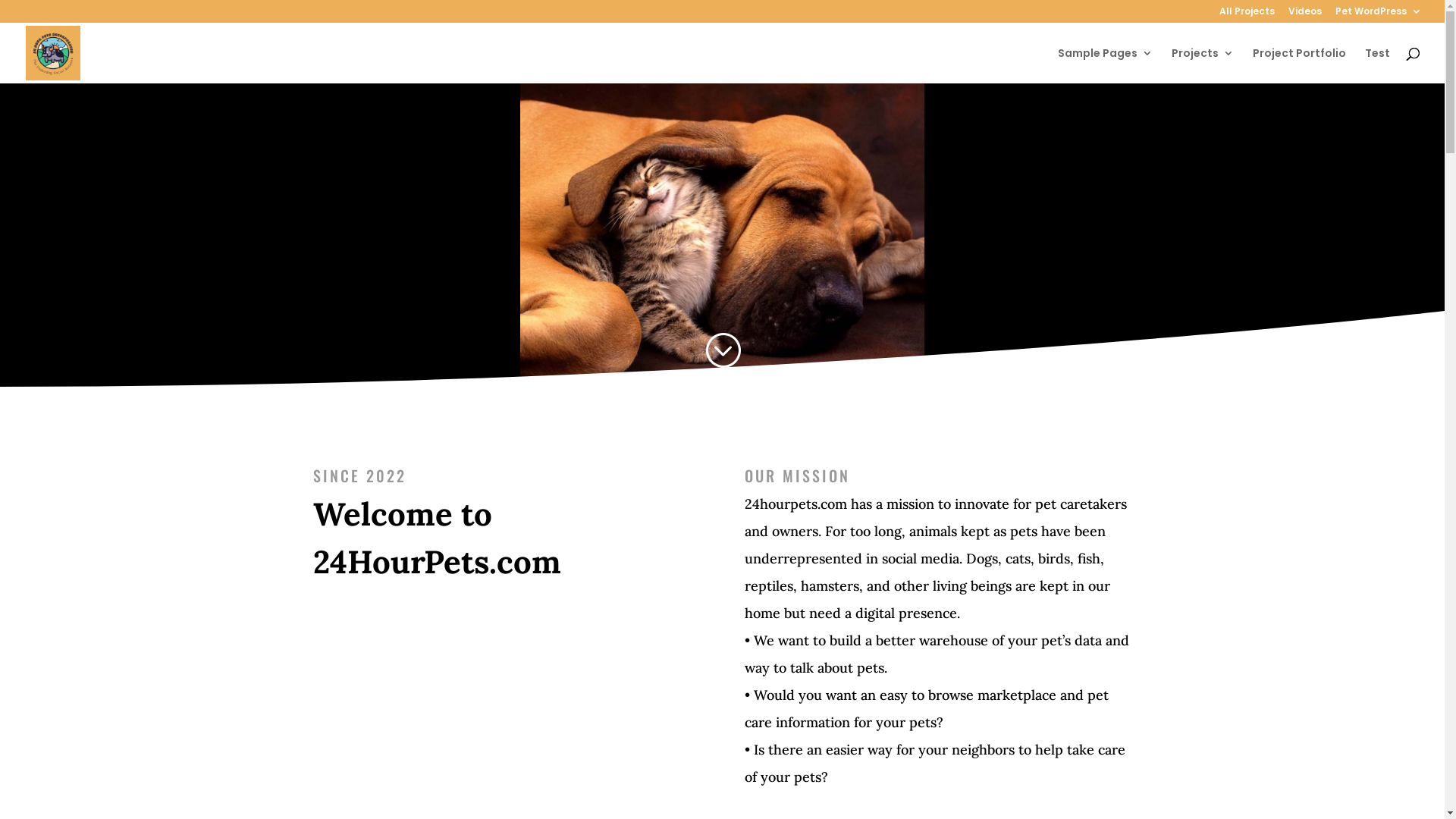 The width and height of the screenshot is (1456, 819). I want to click on 'Videos', so click(1304, 14).